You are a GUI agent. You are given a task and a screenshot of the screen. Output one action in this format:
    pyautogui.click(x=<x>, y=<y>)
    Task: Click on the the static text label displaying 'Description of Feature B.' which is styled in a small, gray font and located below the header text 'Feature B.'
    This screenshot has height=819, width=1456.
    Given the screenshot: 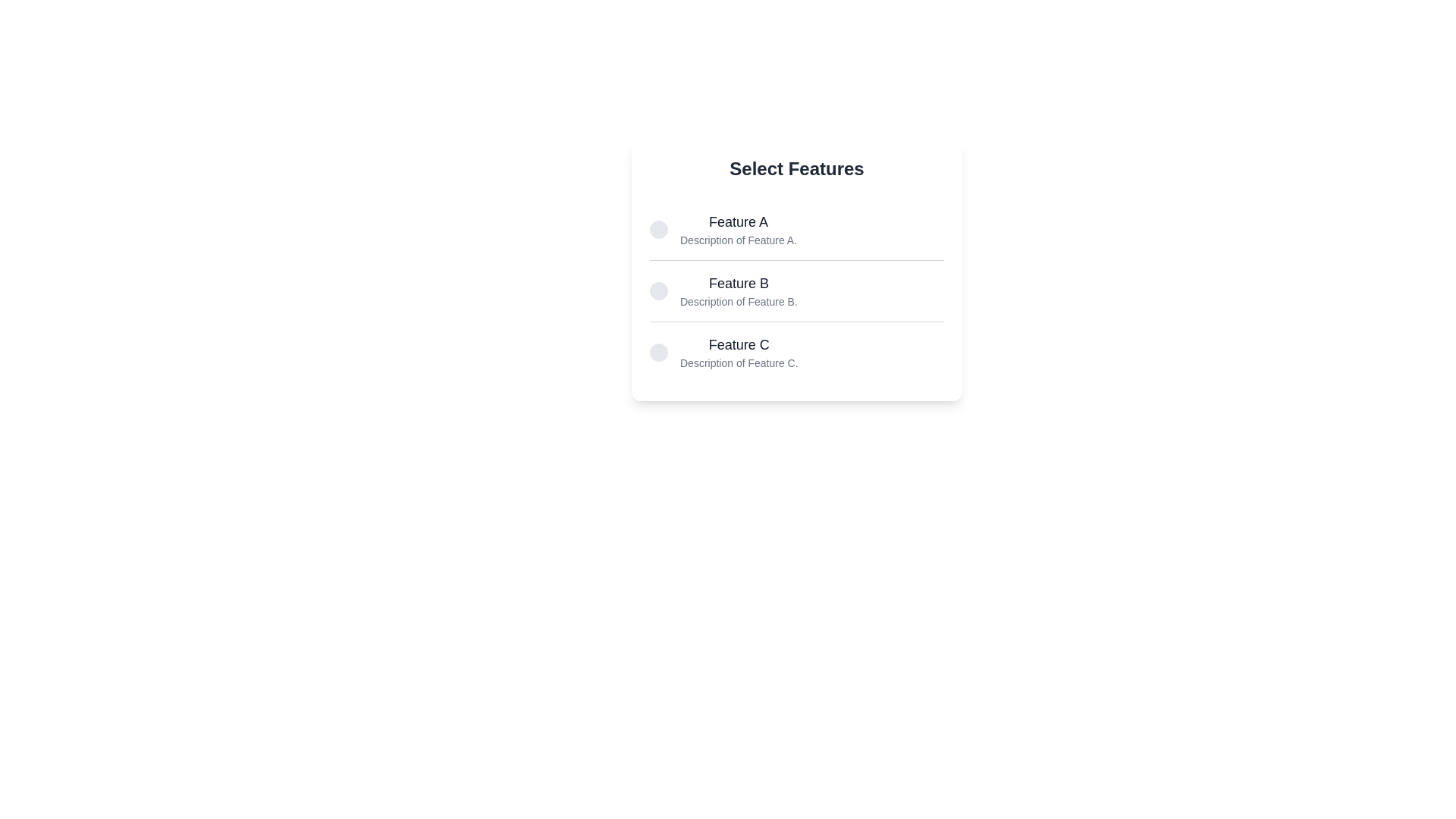 What is the action you would take?
    pyautogui.click(x=739, y=301)
    